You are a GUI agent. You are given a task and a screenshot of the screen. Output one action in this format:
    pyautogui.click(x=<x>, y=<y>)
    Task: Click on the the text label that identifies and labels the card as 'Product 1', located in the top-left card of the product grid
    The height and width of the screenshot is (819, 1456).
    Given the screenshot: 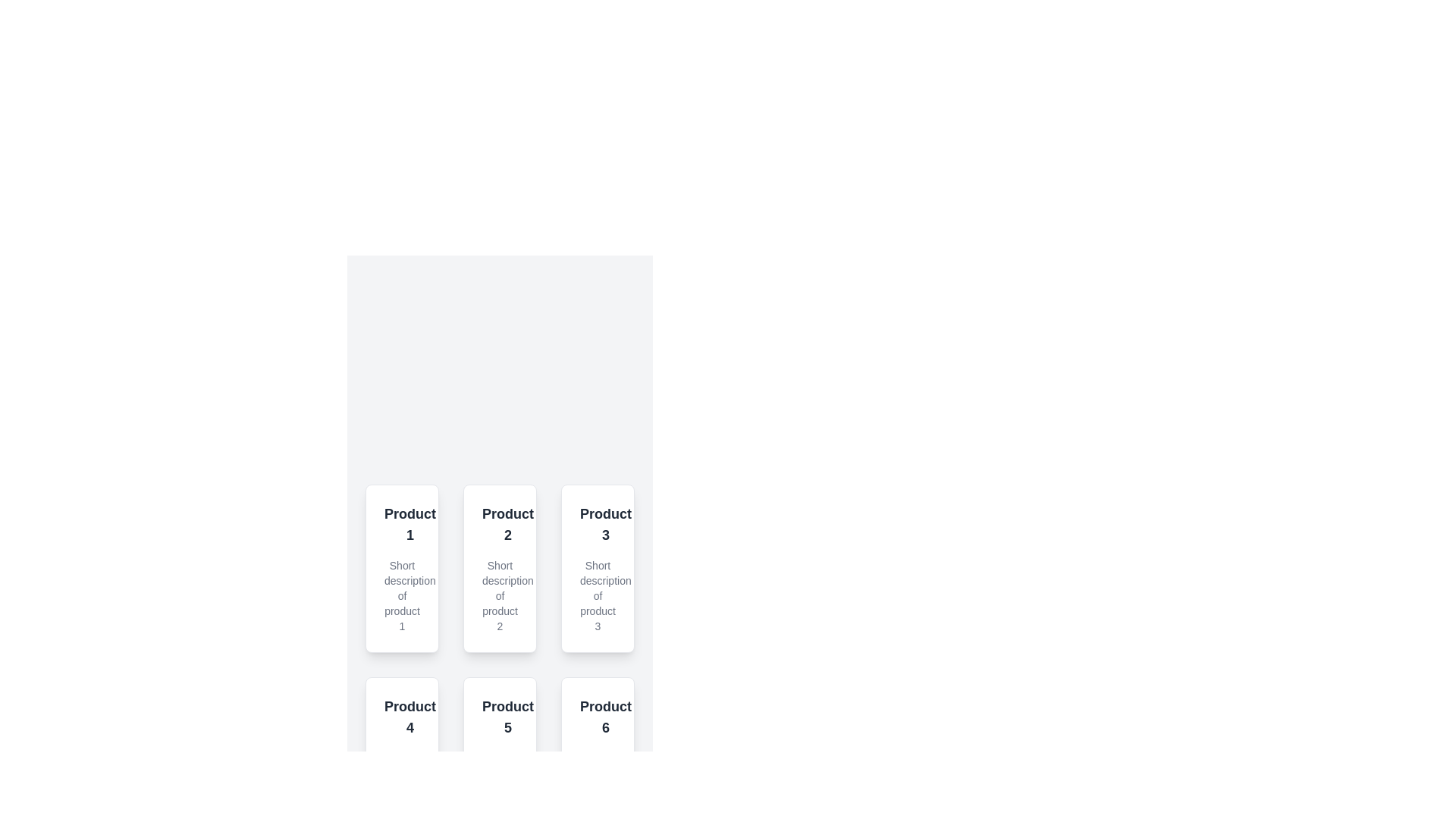 What is the action you would take?
    pyautogui.click(x=410, y=523)
    